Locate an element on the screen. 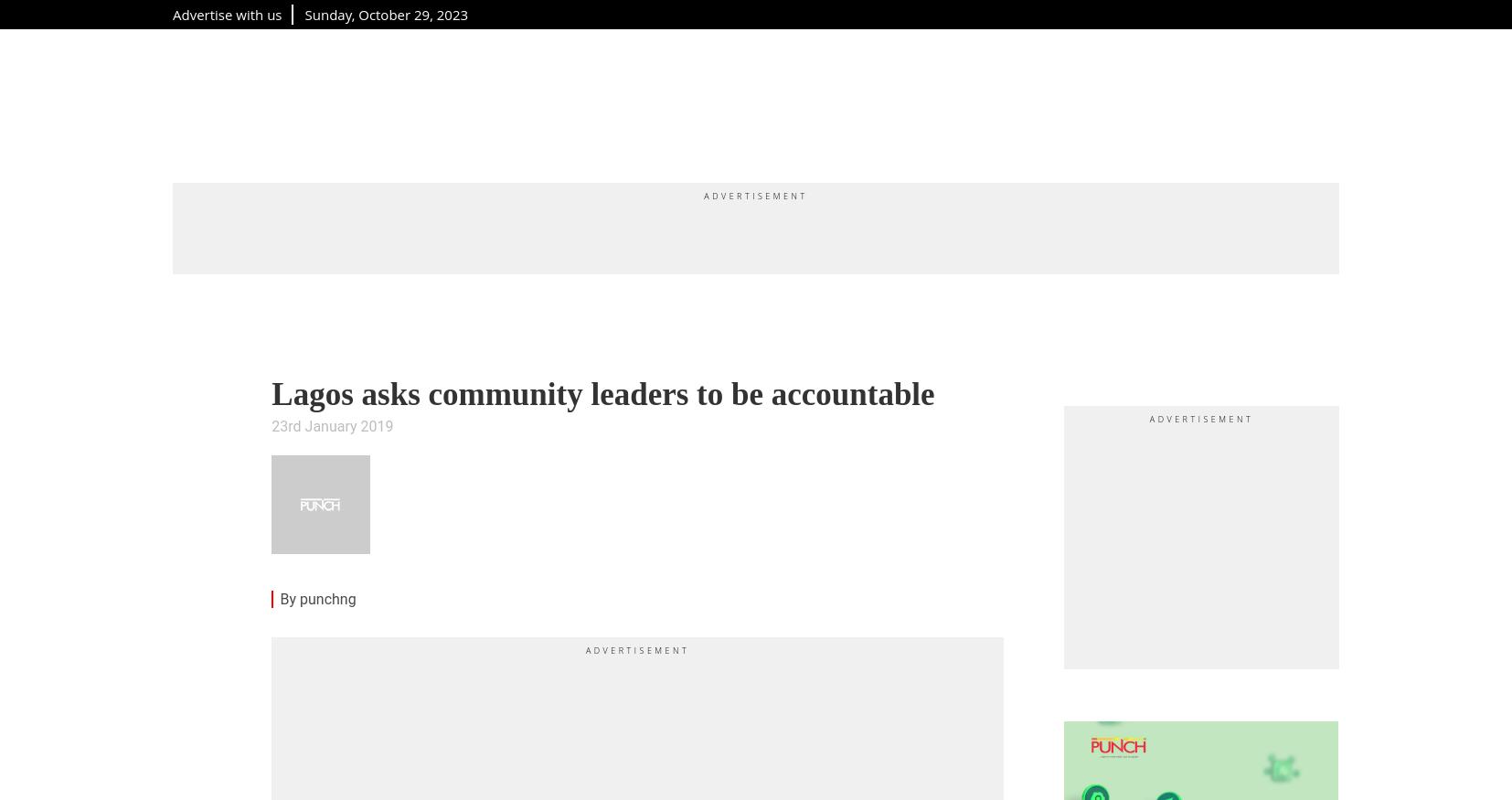 This screenshot has width=1512, height=800. 'Breaking News:' is located at coordinates (271, 763).